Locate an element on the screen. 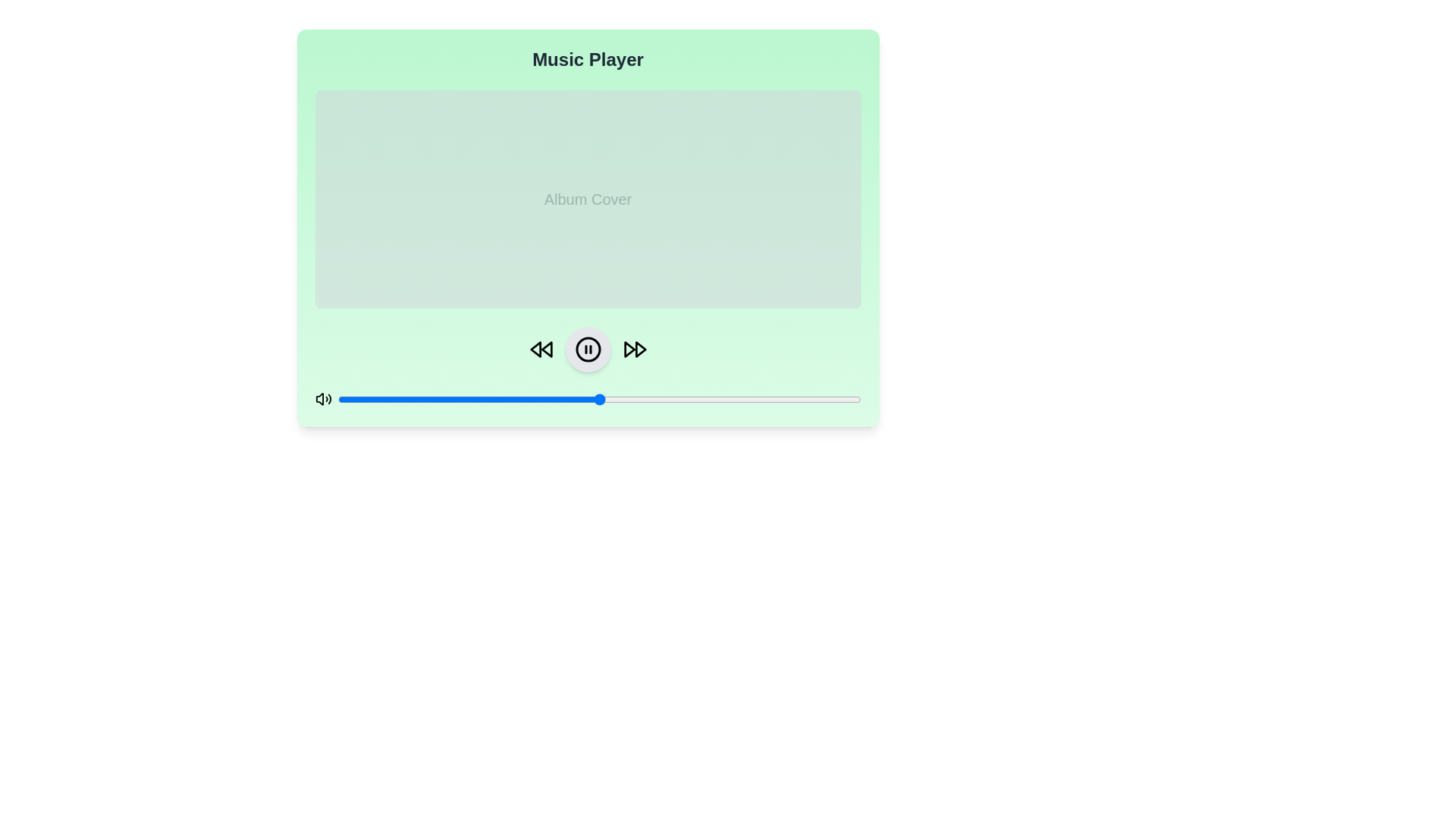 This screenshot has height=819, width=1456. the circular pause button with a gray background and black border in the music player interface, which is centrally positioned between the rewind and fast-forward buttons is located at coordinates (587, 350).